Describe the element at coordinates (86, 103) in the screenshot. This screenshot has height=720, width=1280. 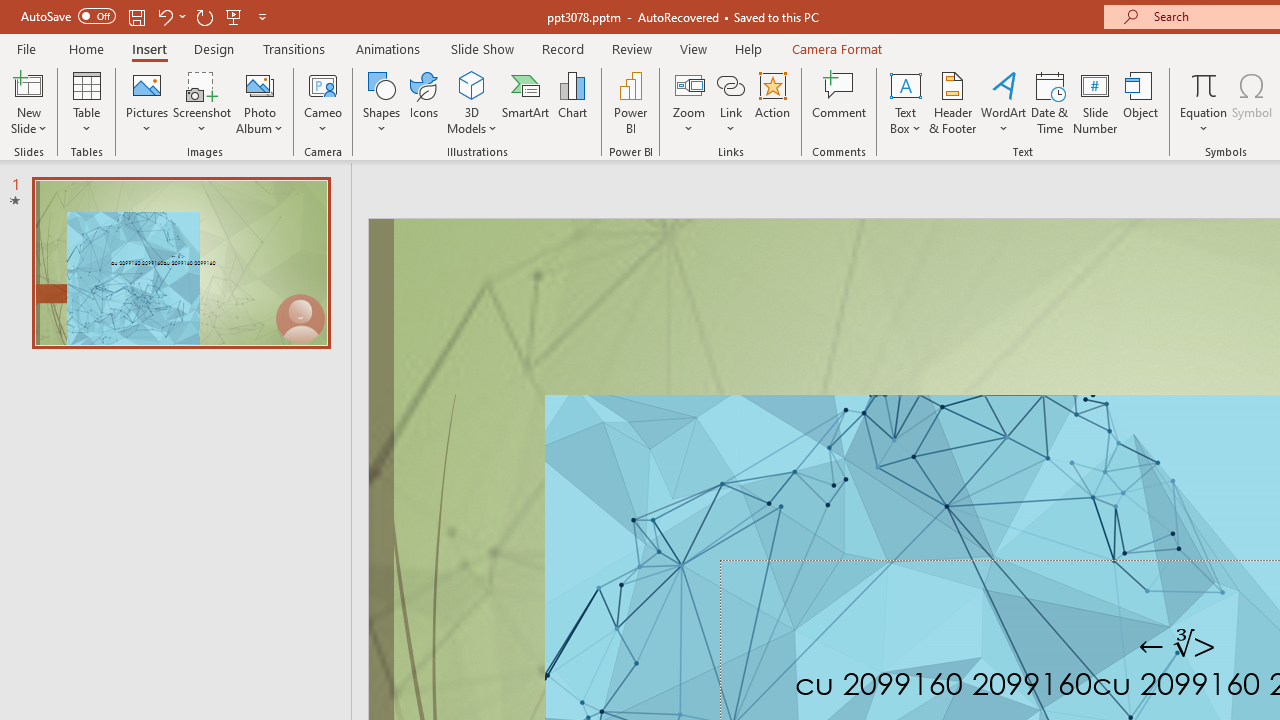
I see `'Table'` at that location.